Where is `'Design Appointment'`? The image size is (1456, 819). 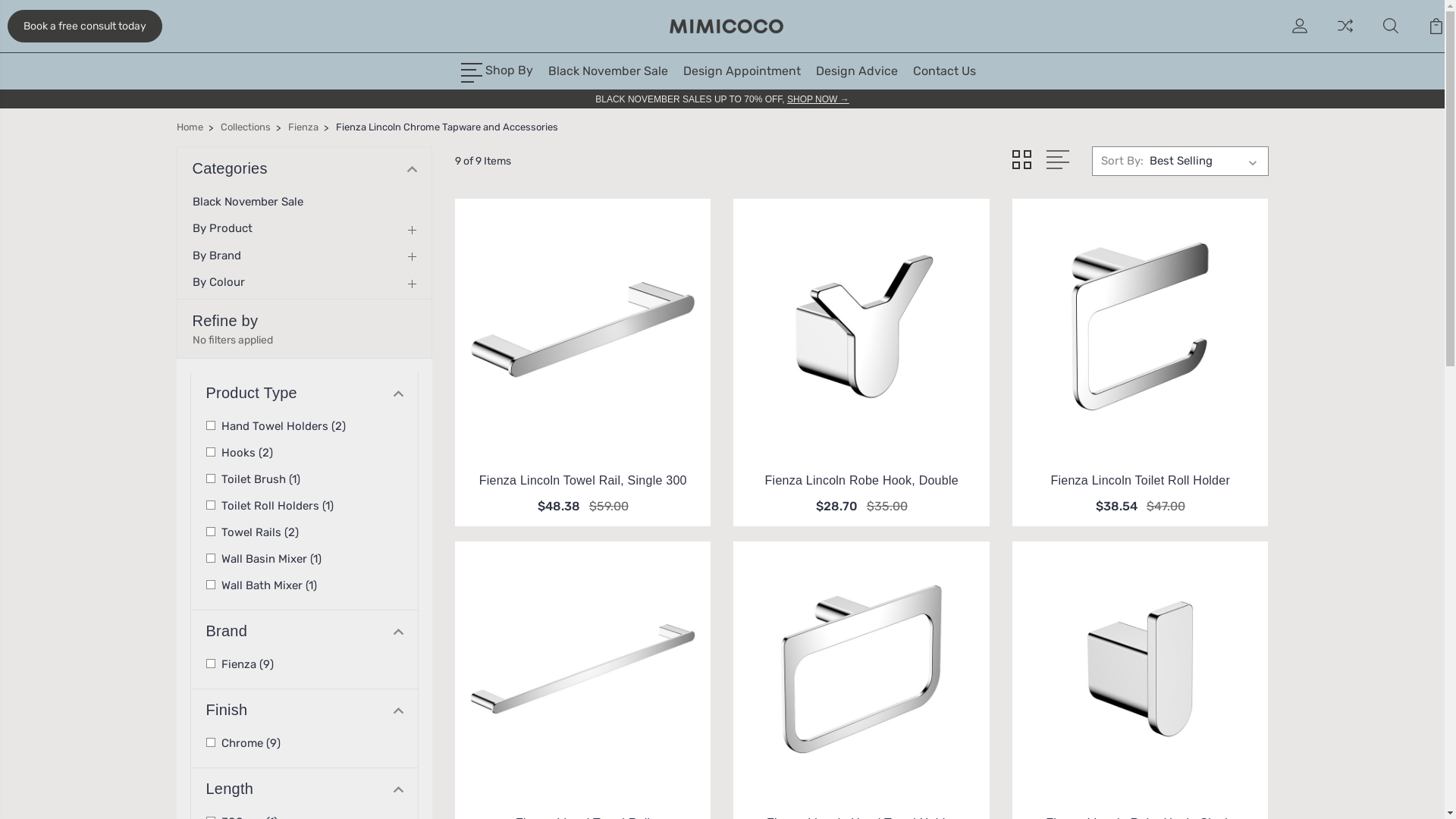 'Design Appointment' is located at coordinates (742, 71).